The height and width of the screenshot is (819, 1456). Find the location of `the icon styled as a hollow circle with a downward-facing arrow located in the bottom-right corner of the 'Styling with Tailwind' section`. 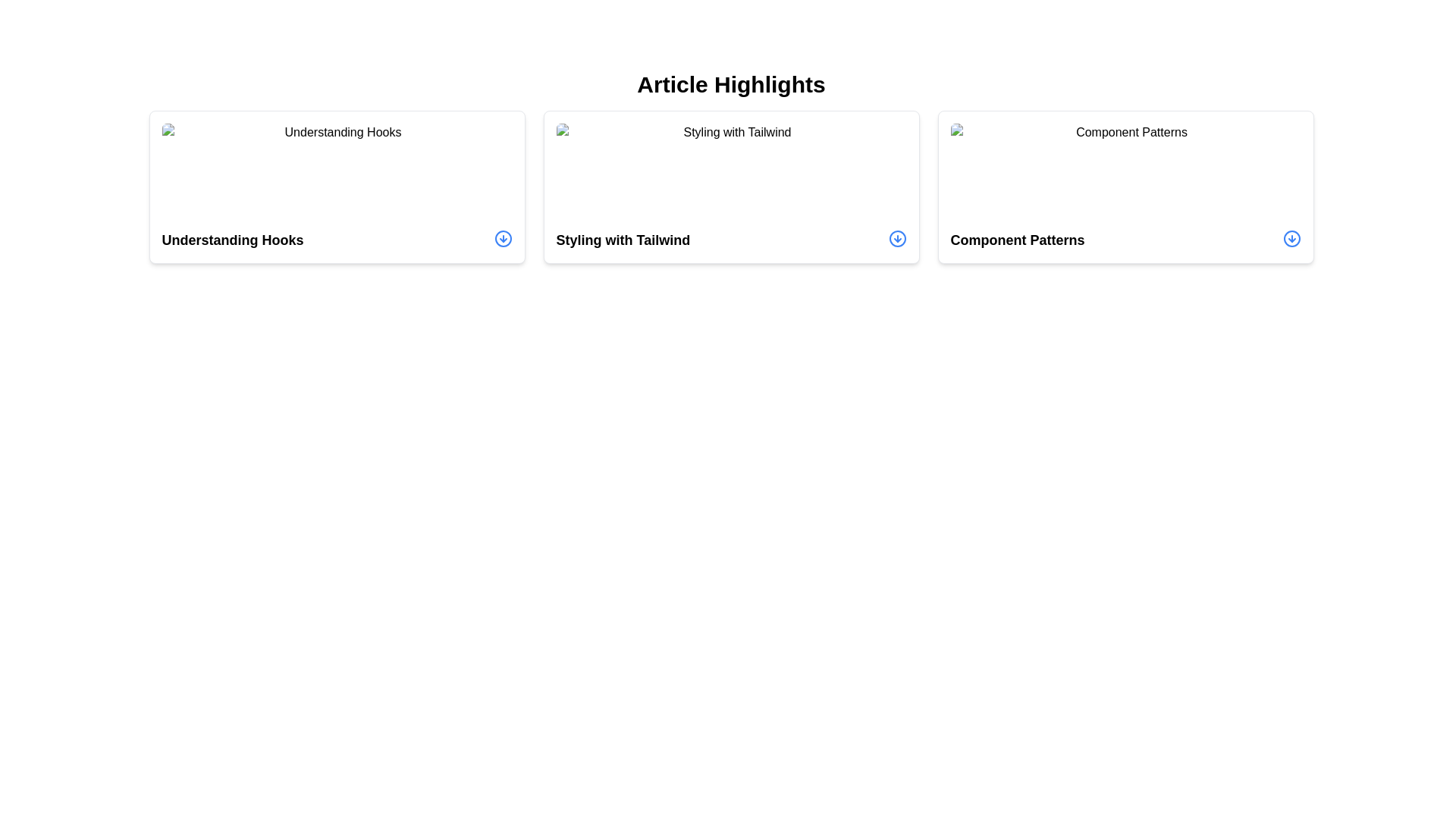

the icon styled as a hollow circle with a downward-facing arrow located in the bottom-right corner of the 'Styling with Tailwind' section is located at coordinates (897, 239).